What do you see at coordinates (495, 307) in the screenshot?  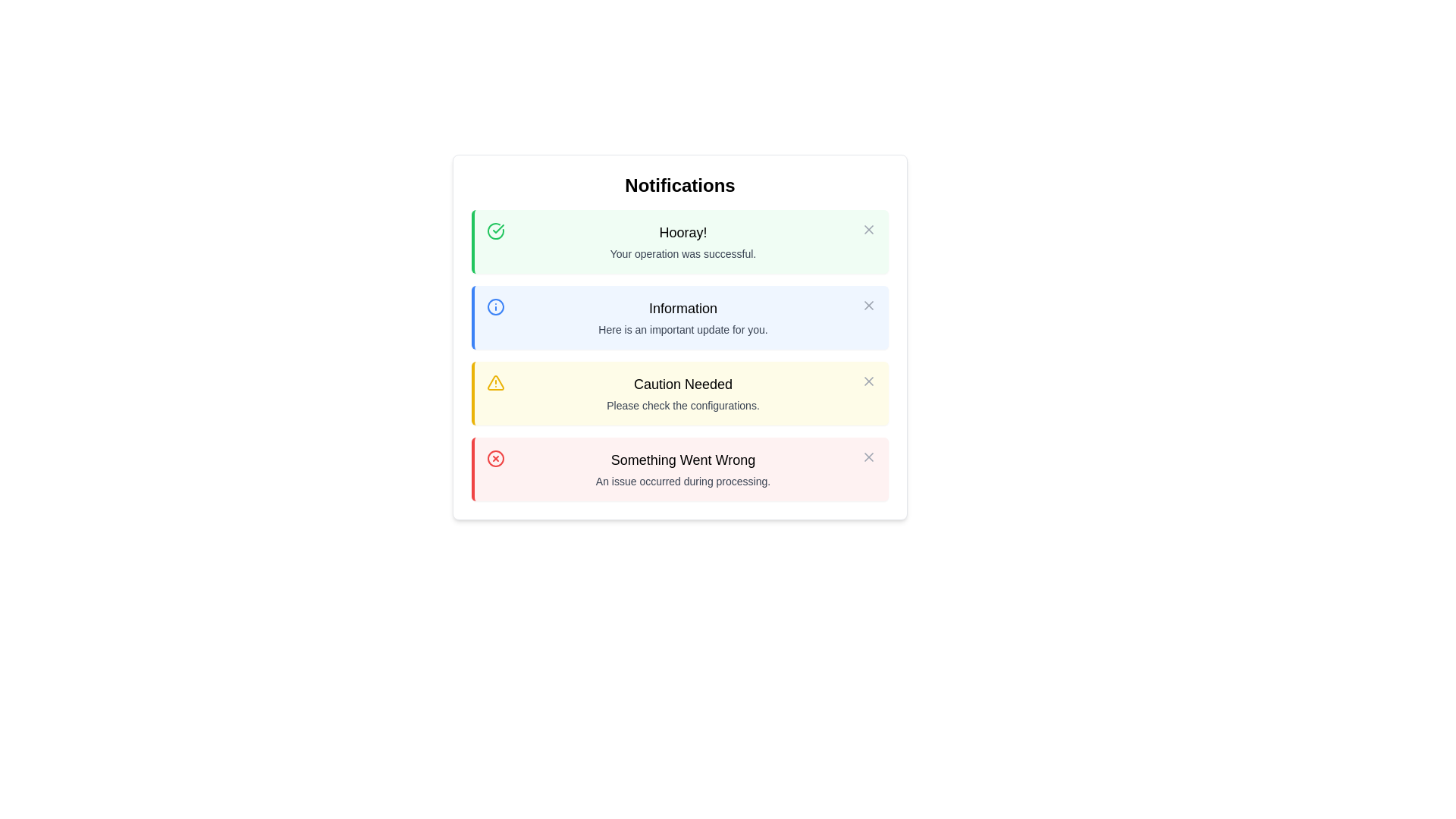 I see `the blue-stroked circular SVG element that serves as a visual marker in the 'Information' notification, located in the second row to the left of the text 'Information'` at bounding box center [495, 307].